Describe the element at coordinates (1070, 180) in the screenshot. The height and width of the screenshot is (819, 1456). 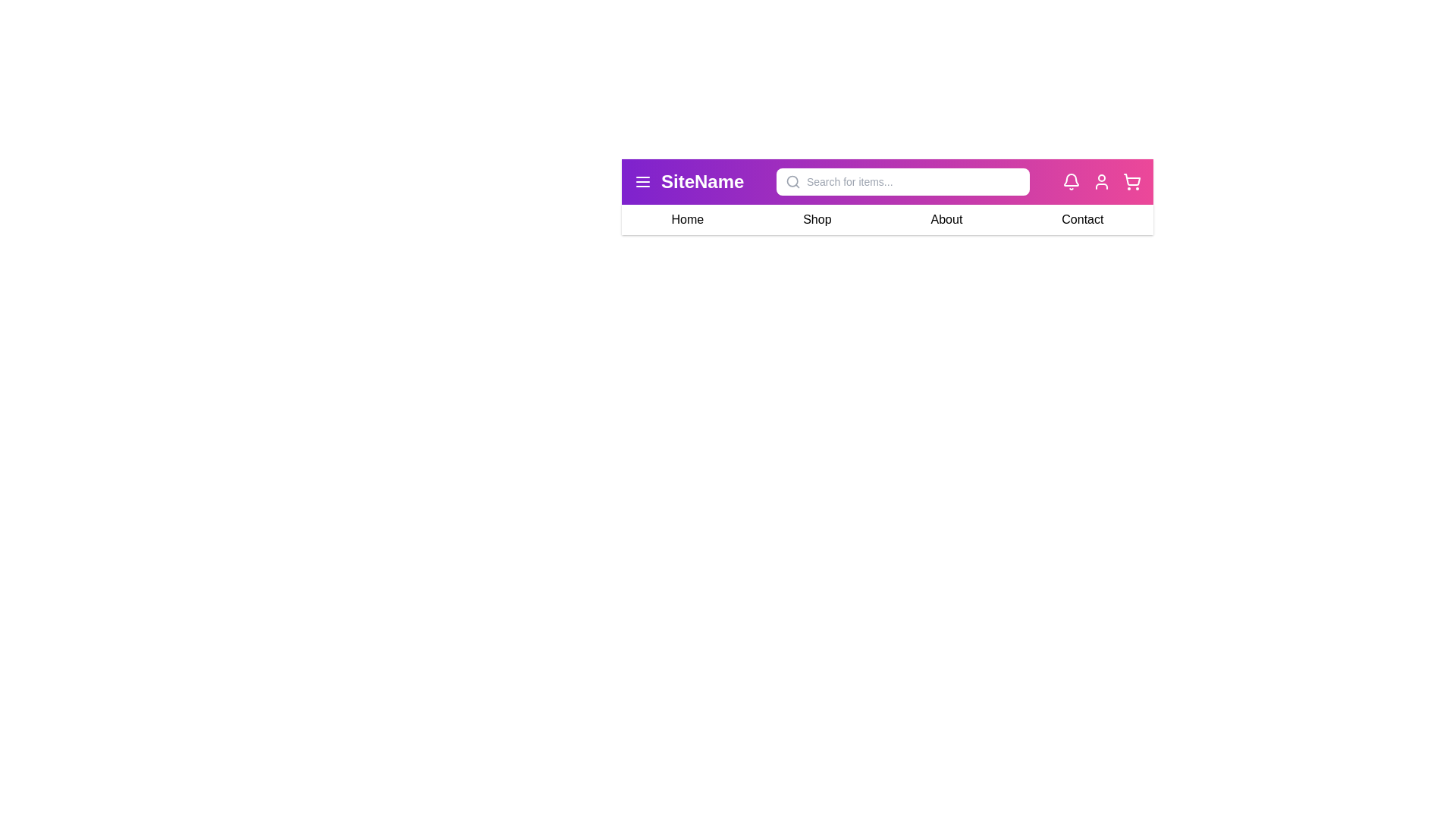
I see `the notification icon` at that location.